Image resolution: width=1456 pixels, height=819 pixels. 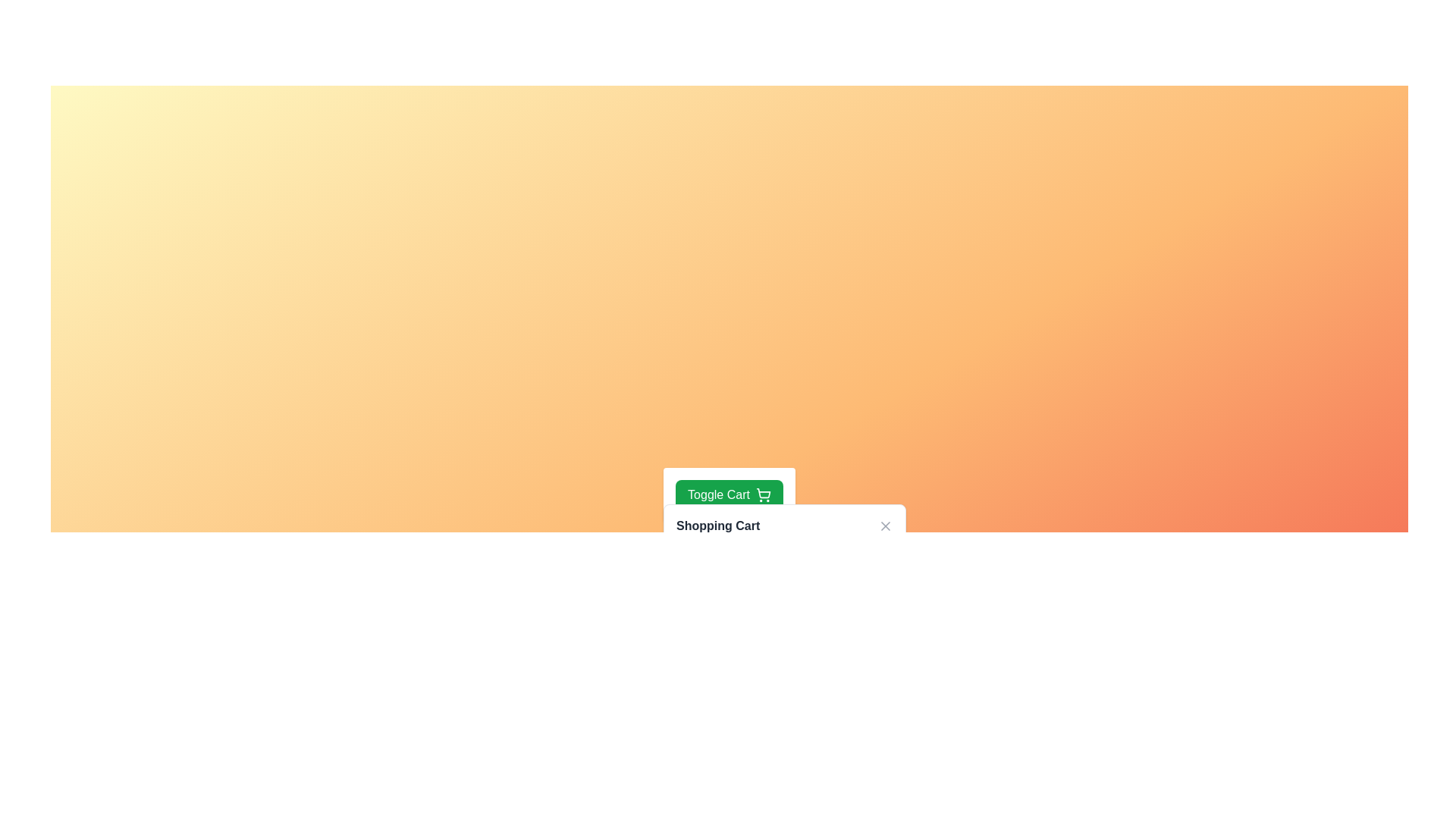 What do you see at coordinates (886, 526) in the screenshot?
I see `the close/dismiss button icon located in the upper-right corner of the 'Shopping Cart' box to trigger visual feedback` at bounding box center [886, 526].